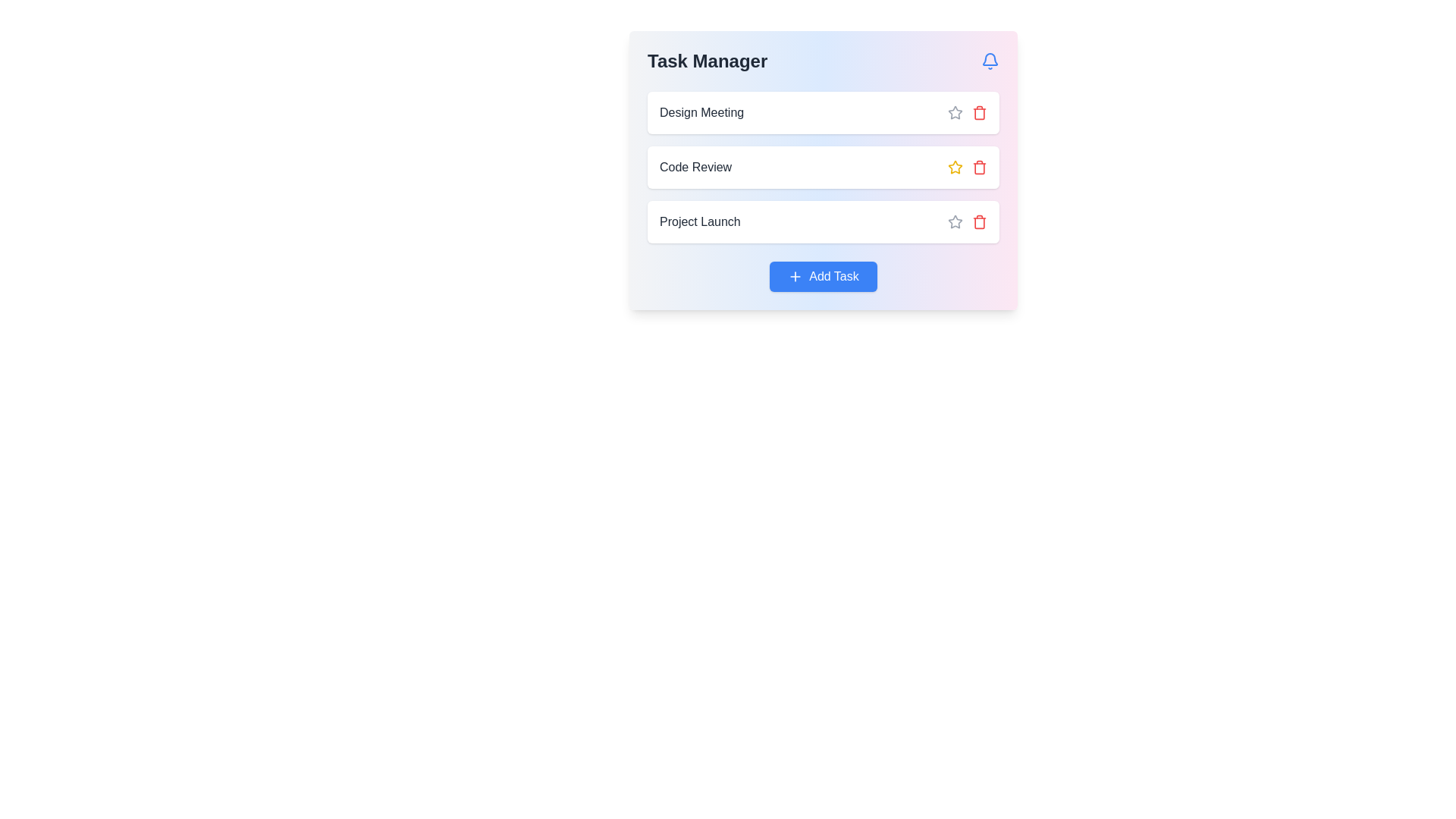  What do you see at coordinates (795, 277) in the screenshot?
I see `the plus icon inside the blue 'Add Task' button to observe its functionality` at bounding box center [795, 277].